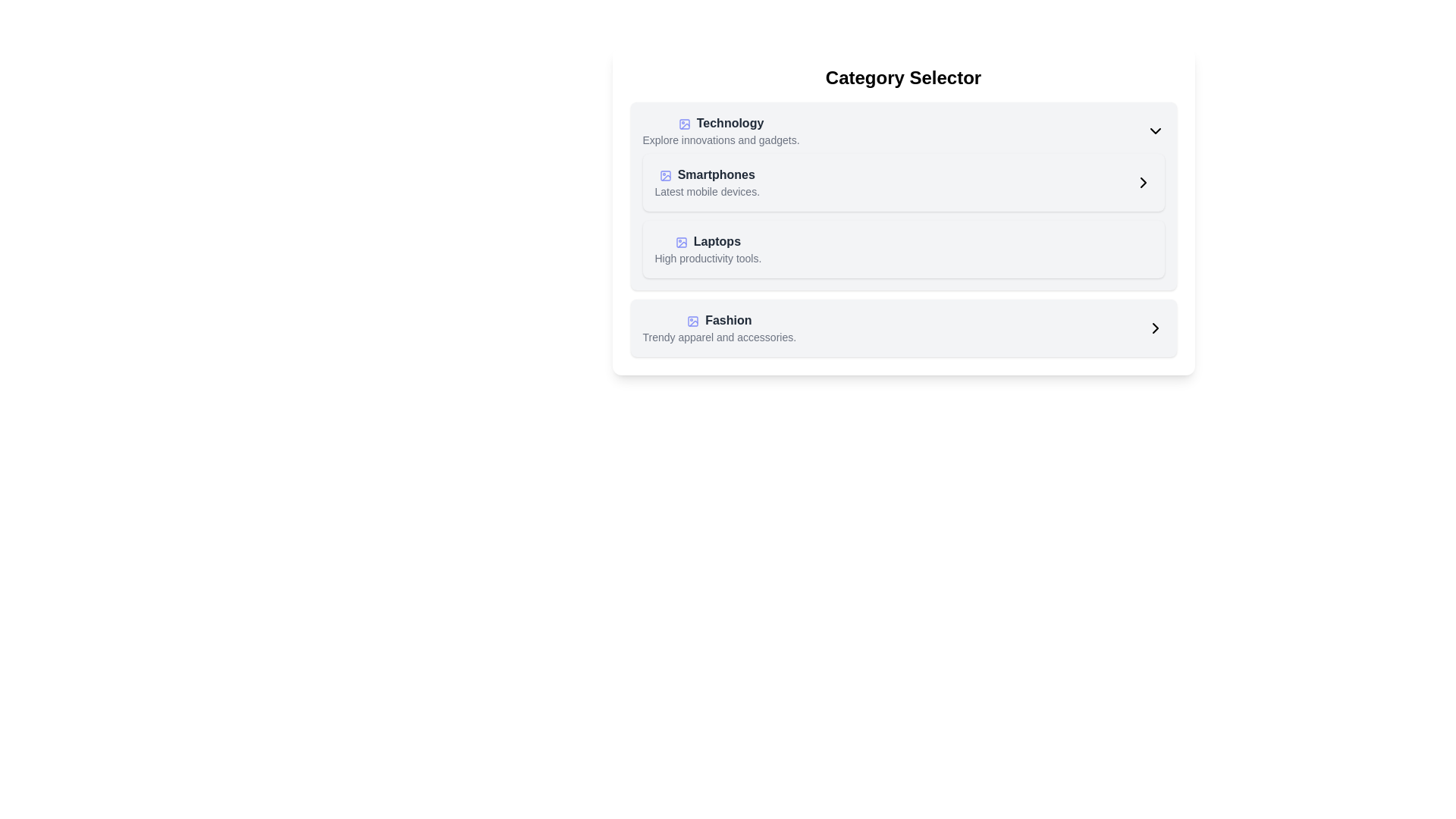 This screenshot has width=1456, height=819. Describe the element at coordinates (706, 181) in the screenshot. I see `the 'Smartphones' category selector item, which features bold text and an icon to the left` at that location.